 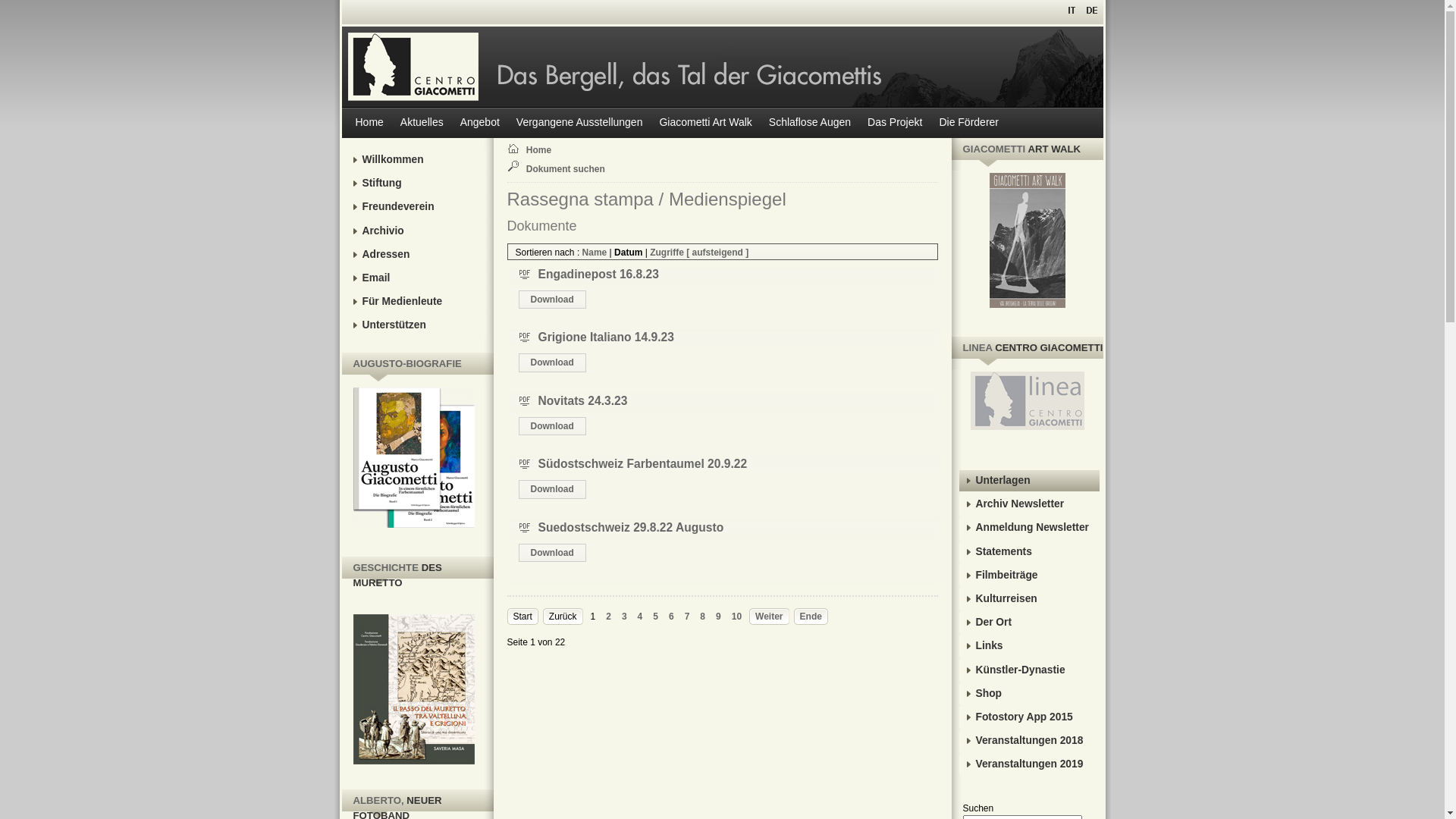 I want to click on 'Das Projekt', so click(x=895, y=121).